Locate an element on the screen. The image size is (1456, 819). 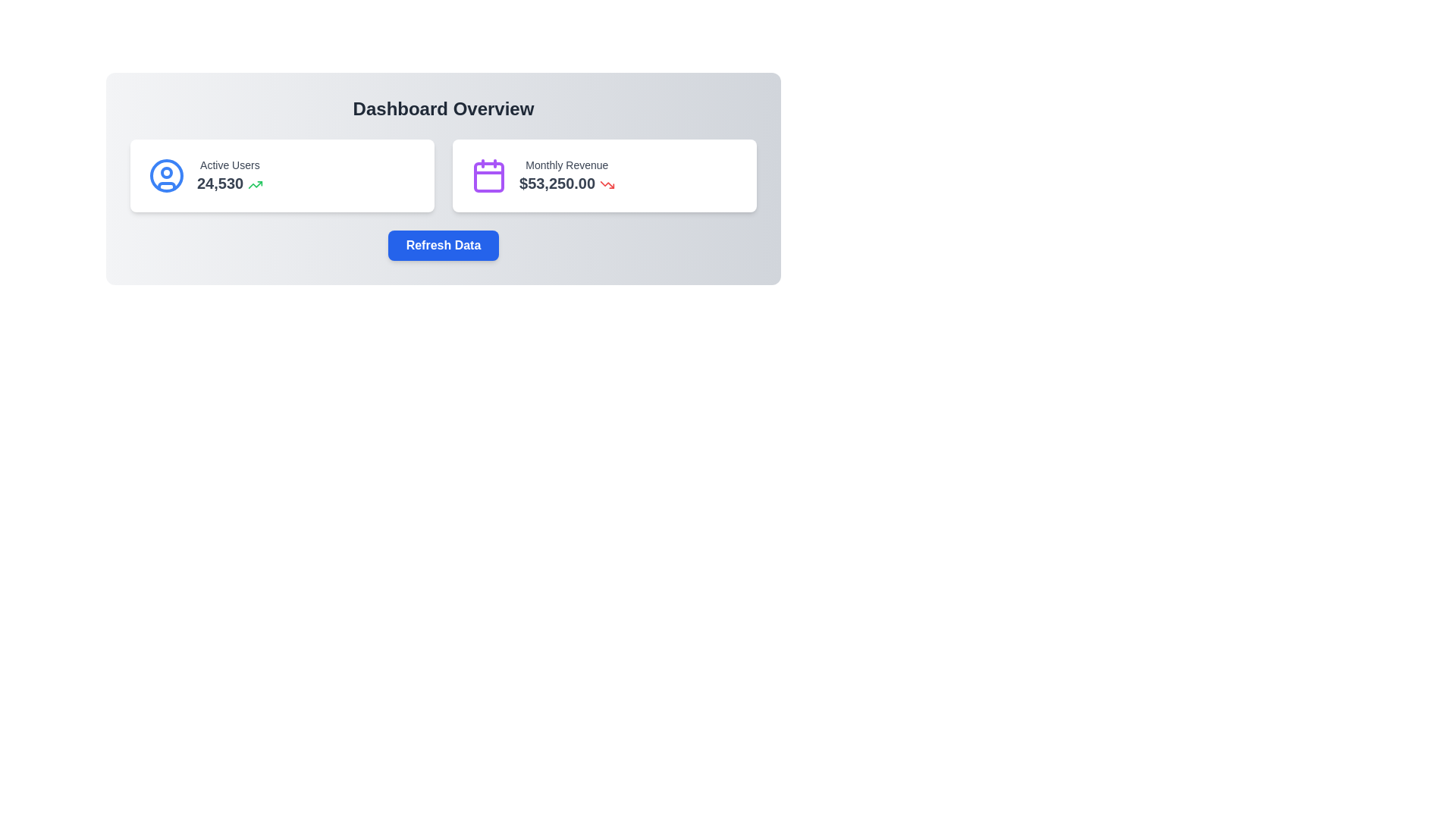
the circular SVG graphic component that represents the user avatar icon with a blue outline located in the 'Active Users' section of the dashboard is located at coordinates (167, 171).